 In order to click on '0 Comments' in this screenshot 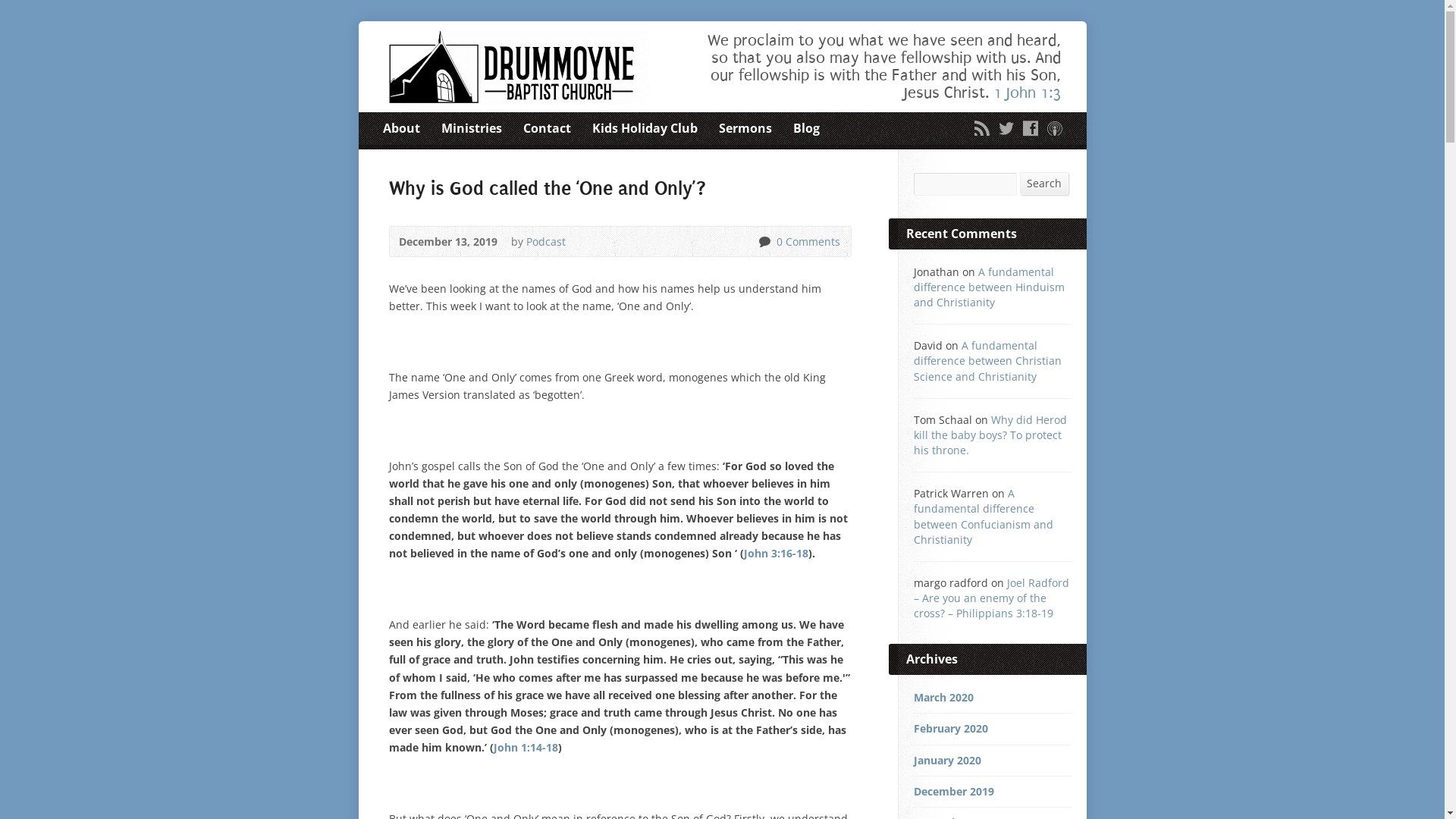, I will do `click(805, 240)`.